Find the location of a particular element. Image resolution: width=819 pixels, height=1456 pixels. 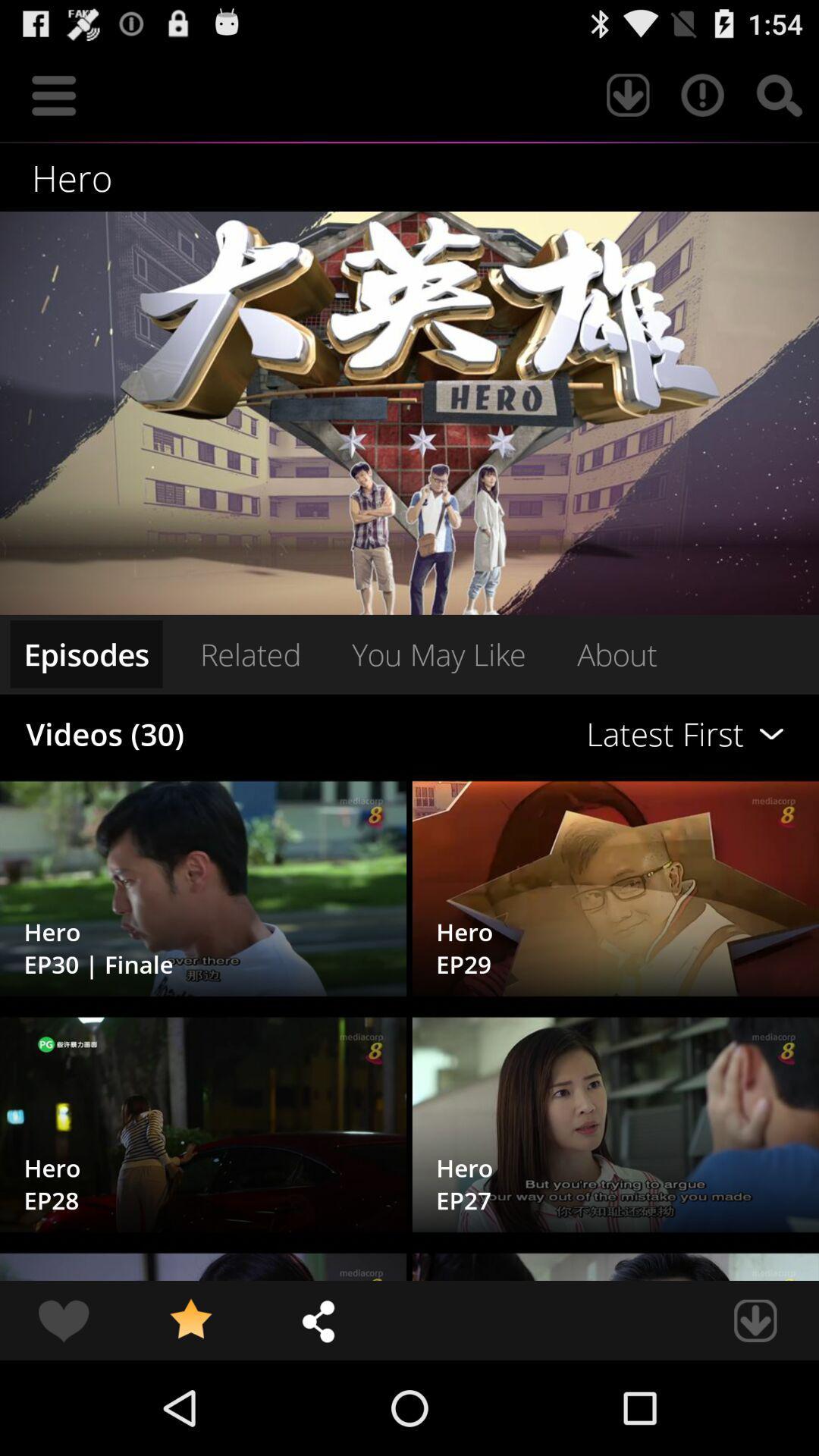

item at the bottom is located at coordinates (318, 1319).